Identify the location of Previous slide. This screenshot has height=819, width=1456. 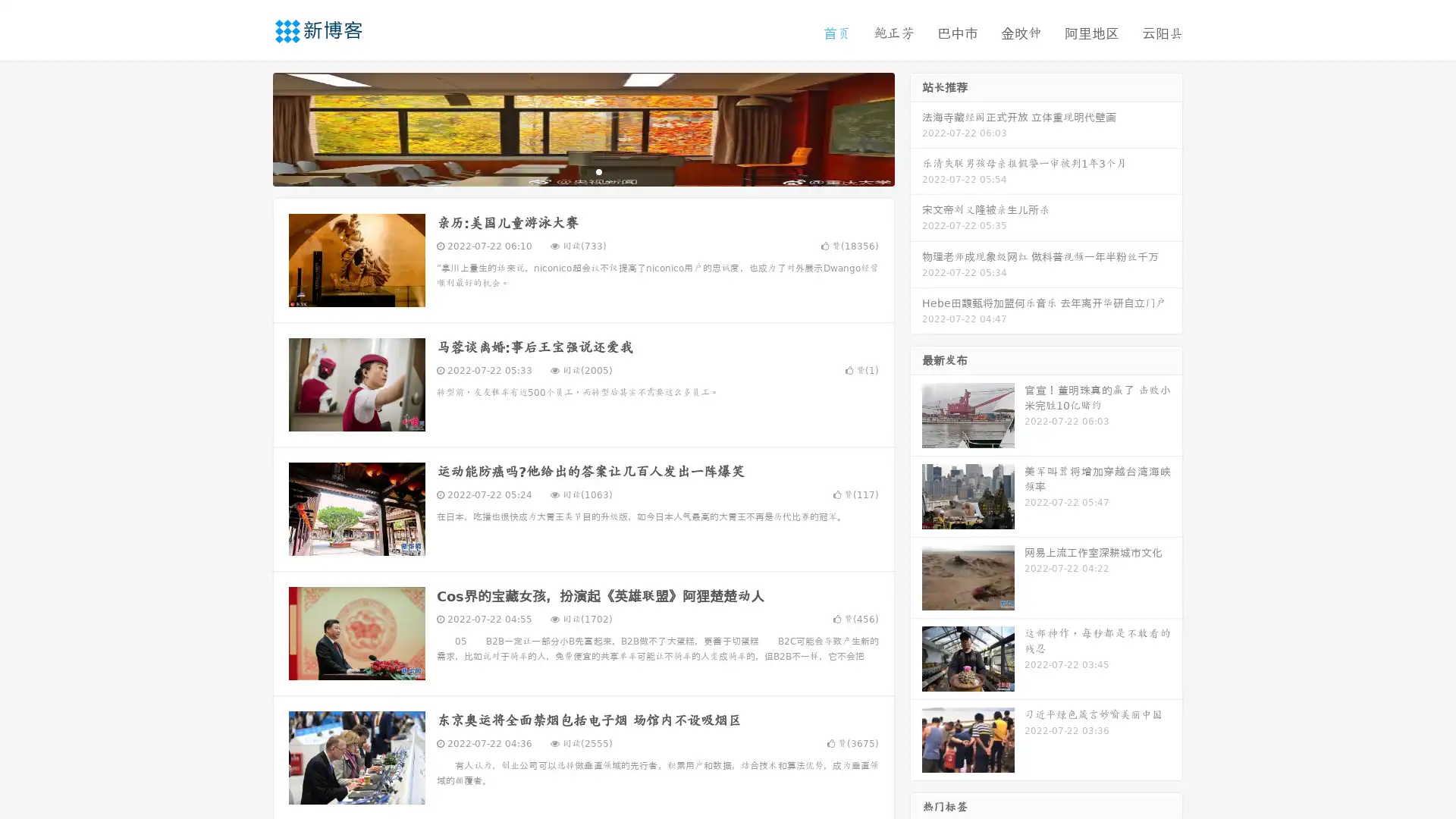
(250, 127).